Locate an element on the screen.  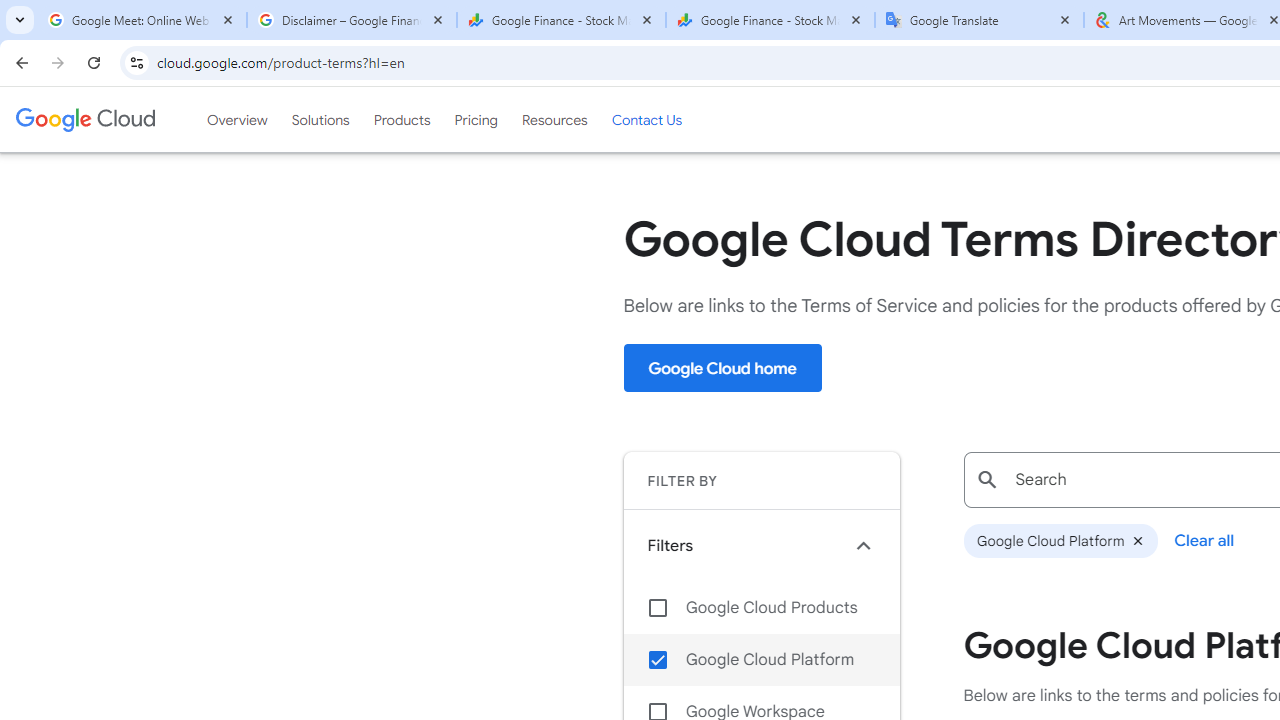
'Solutions' is located at coordinates (320, 119).